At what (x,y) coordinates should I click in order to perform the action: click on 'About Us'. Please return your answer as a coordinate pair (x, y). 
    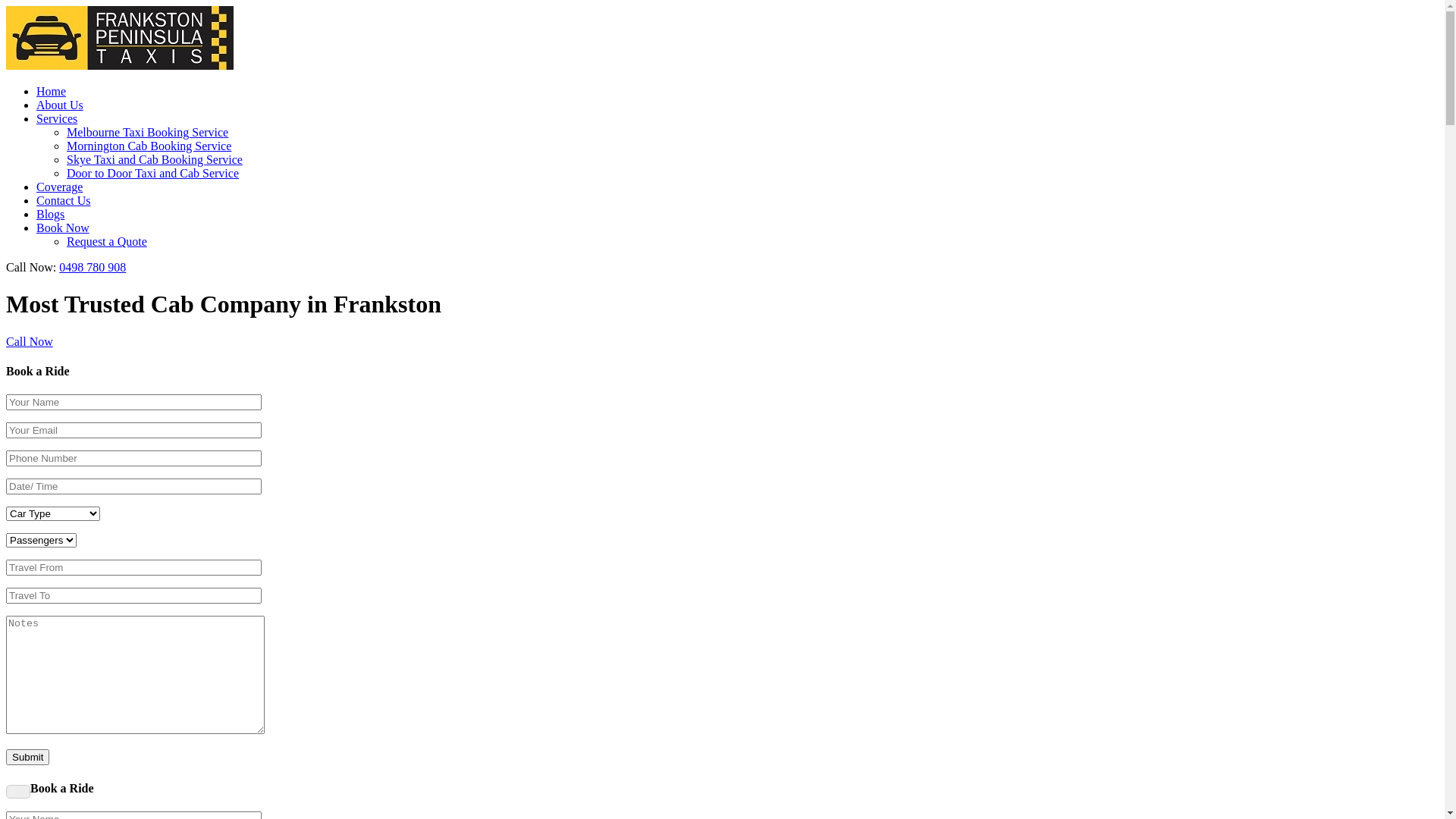
    Looking at the image, I should click on (59, 104).